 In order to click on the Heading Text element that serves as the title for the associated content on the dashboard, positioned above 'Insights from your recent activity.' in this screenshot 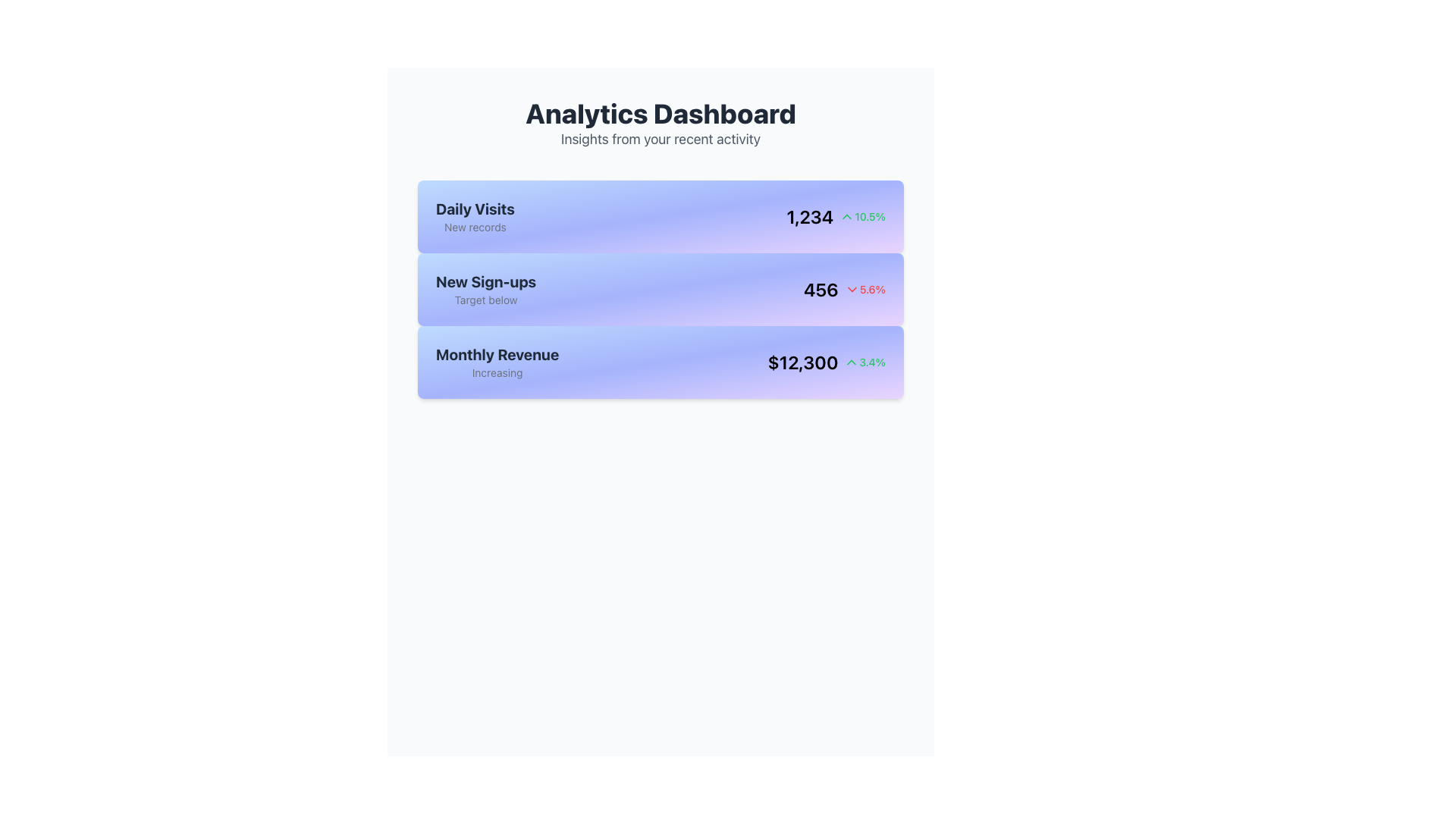, I will do `click(661, 113)`.